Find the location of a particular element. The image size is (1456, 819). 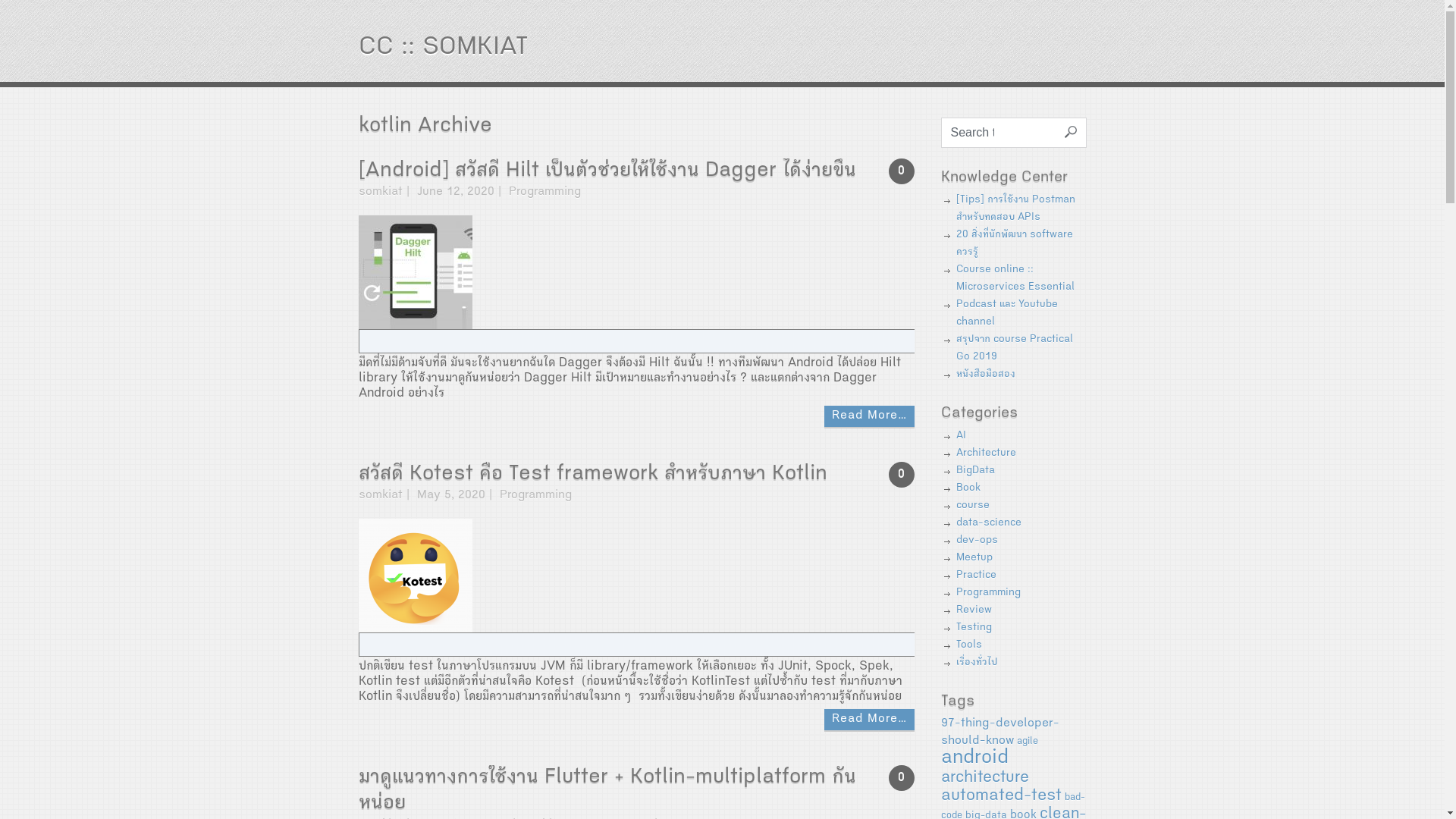

'0' is located at coordinates (902, 473).